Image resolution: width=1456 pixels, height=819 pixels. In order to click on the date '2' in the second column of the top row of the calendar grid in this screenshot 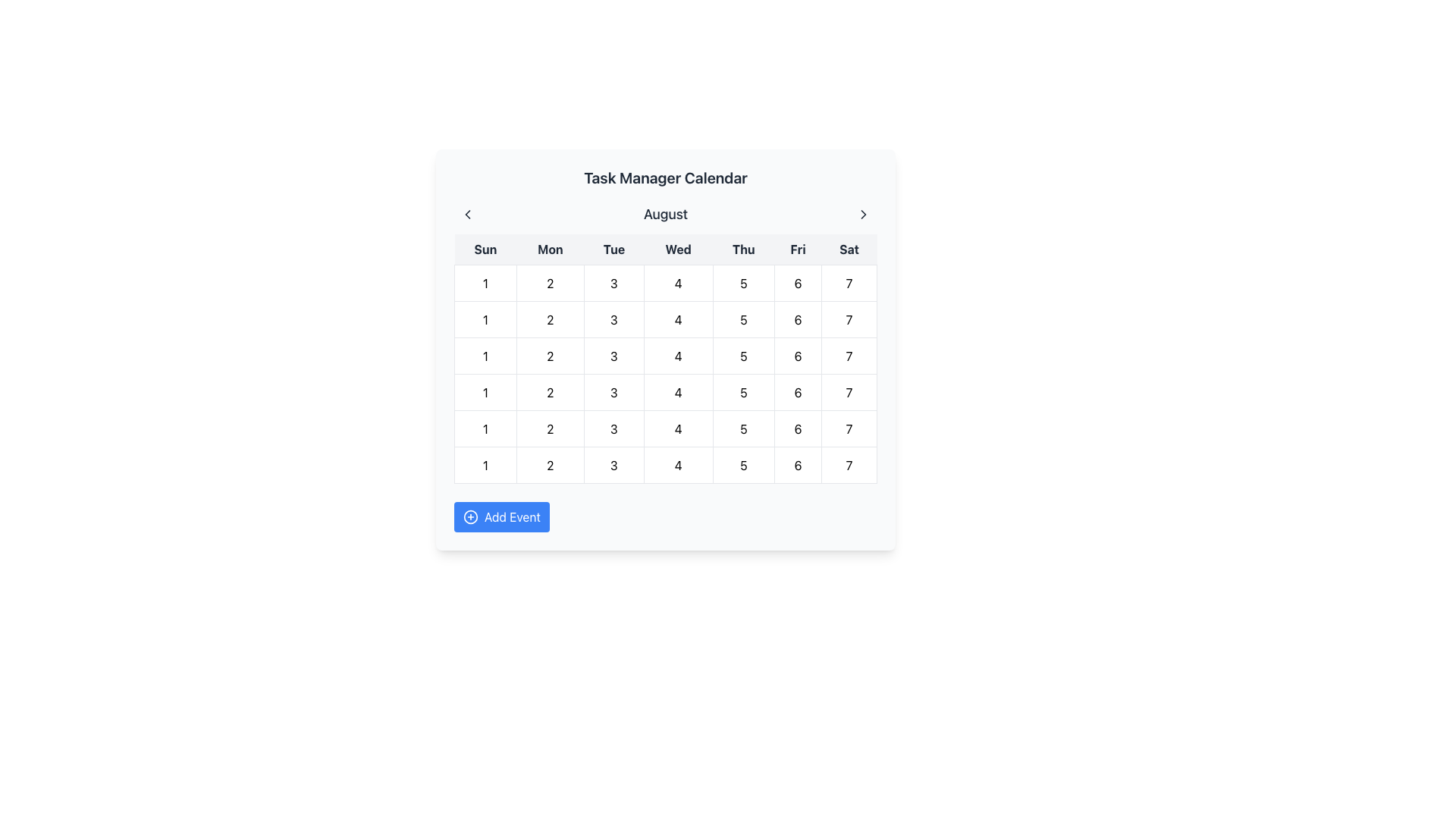, I will do `click(549, 283)`.